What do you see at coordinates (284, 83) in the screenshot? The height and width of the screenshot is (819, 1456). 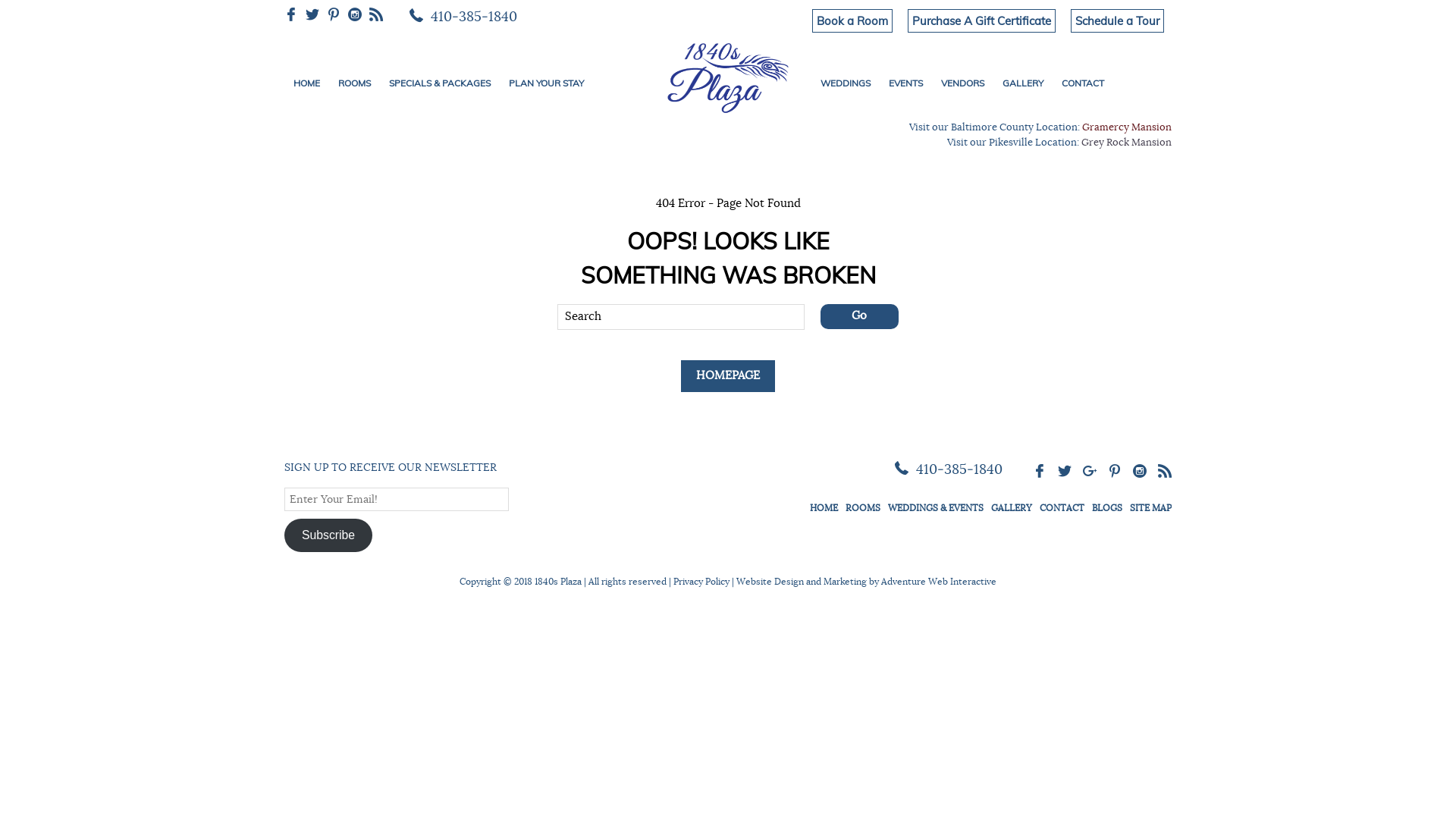 I see `'HOME'` at bounding box center [284, 83].